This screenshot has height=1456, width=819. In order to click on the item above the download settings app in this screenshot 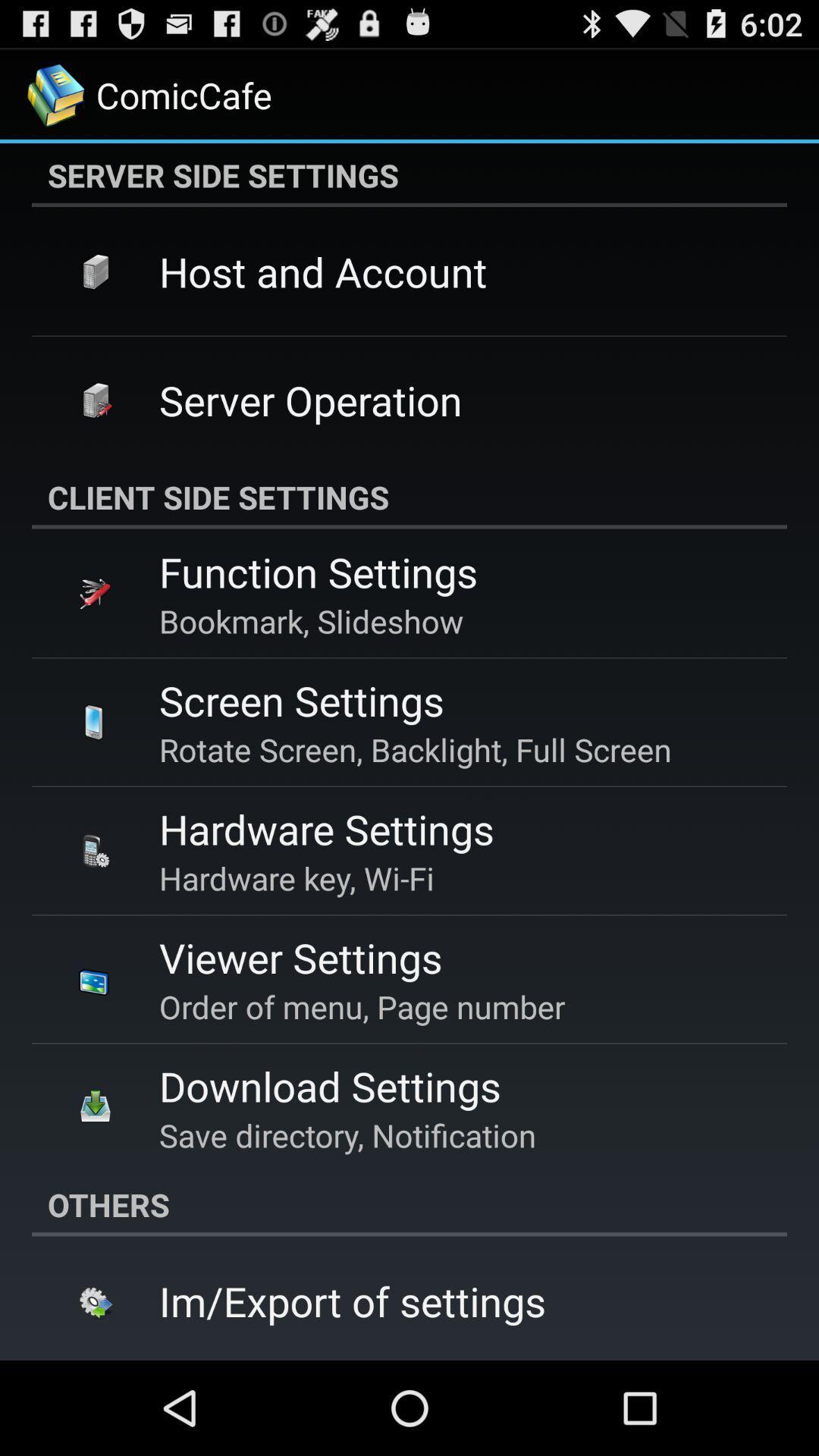, I will do `click(362, 1006)`.